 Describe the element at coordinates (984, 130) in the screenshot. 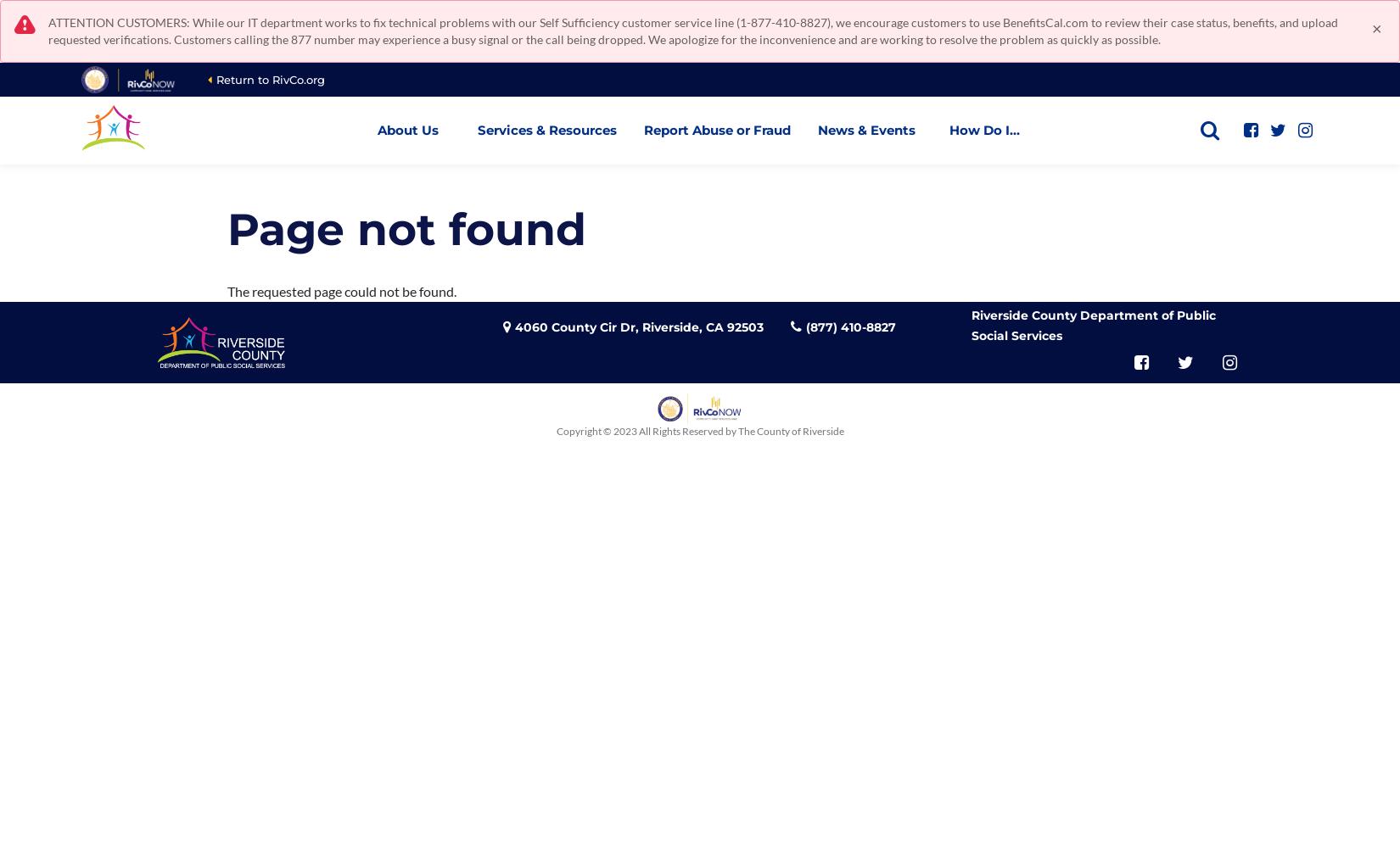

I see `'How Do I…'` at that location.